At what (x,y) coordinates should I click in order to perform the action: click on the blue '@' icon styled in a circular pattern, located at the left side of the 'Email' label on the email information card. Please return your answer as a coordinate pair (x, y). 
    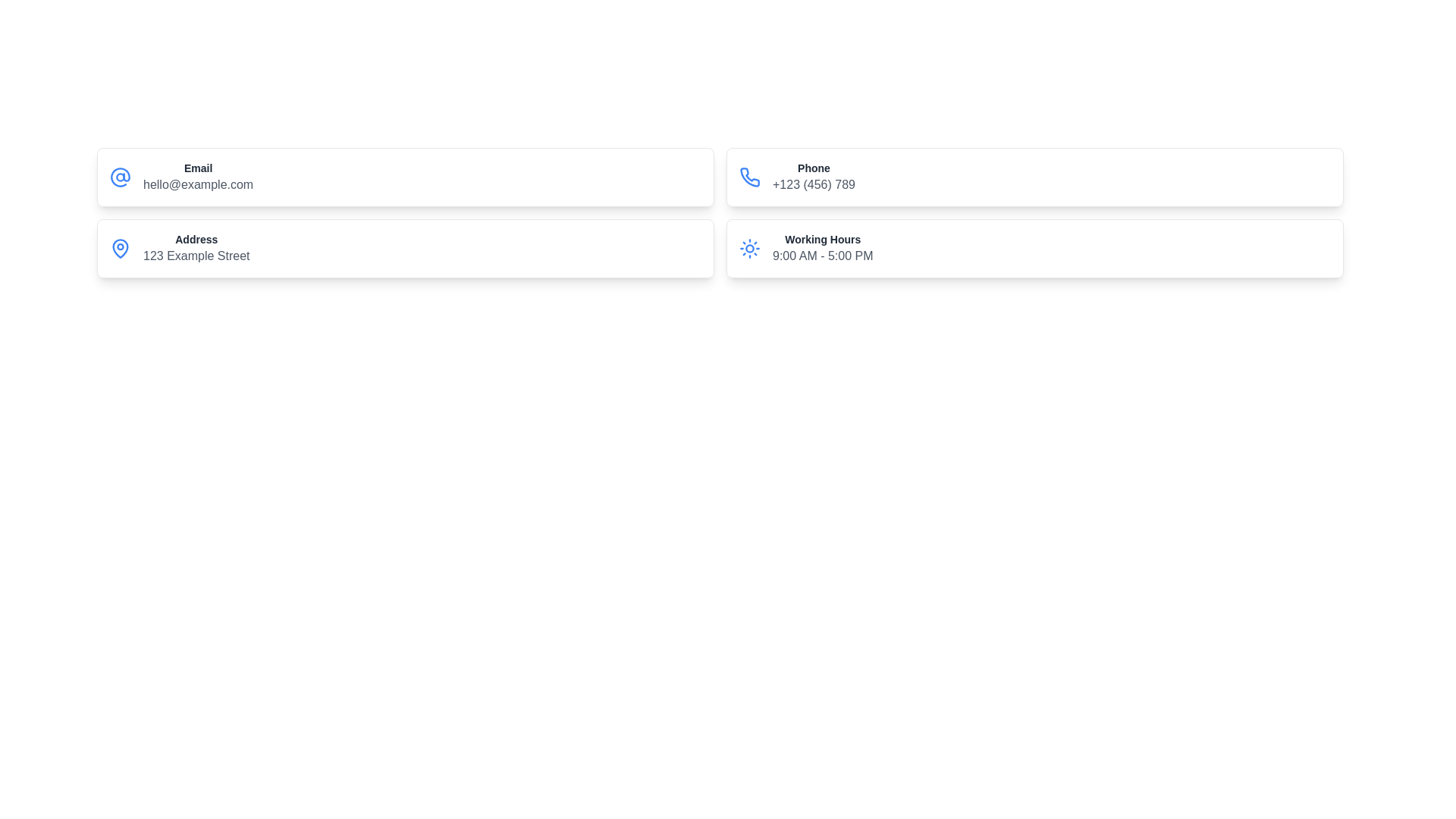
    Looking at the image, I should click on (119, 177).